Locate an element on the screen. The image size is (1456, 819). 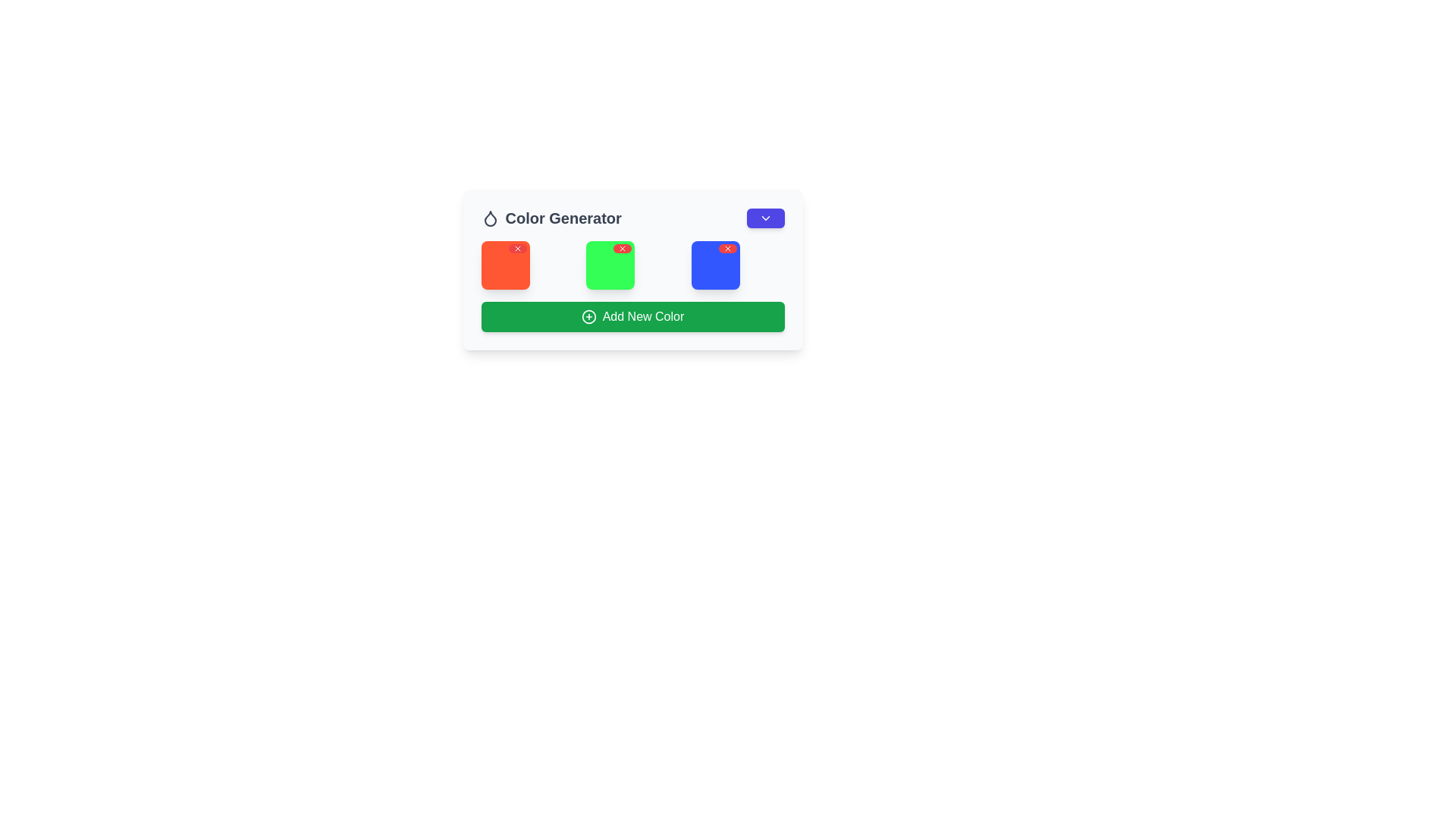
the small circular red button with a white cross icon located in the top-right corner of the middle green square in the grid is located at coordinates (623, 247).